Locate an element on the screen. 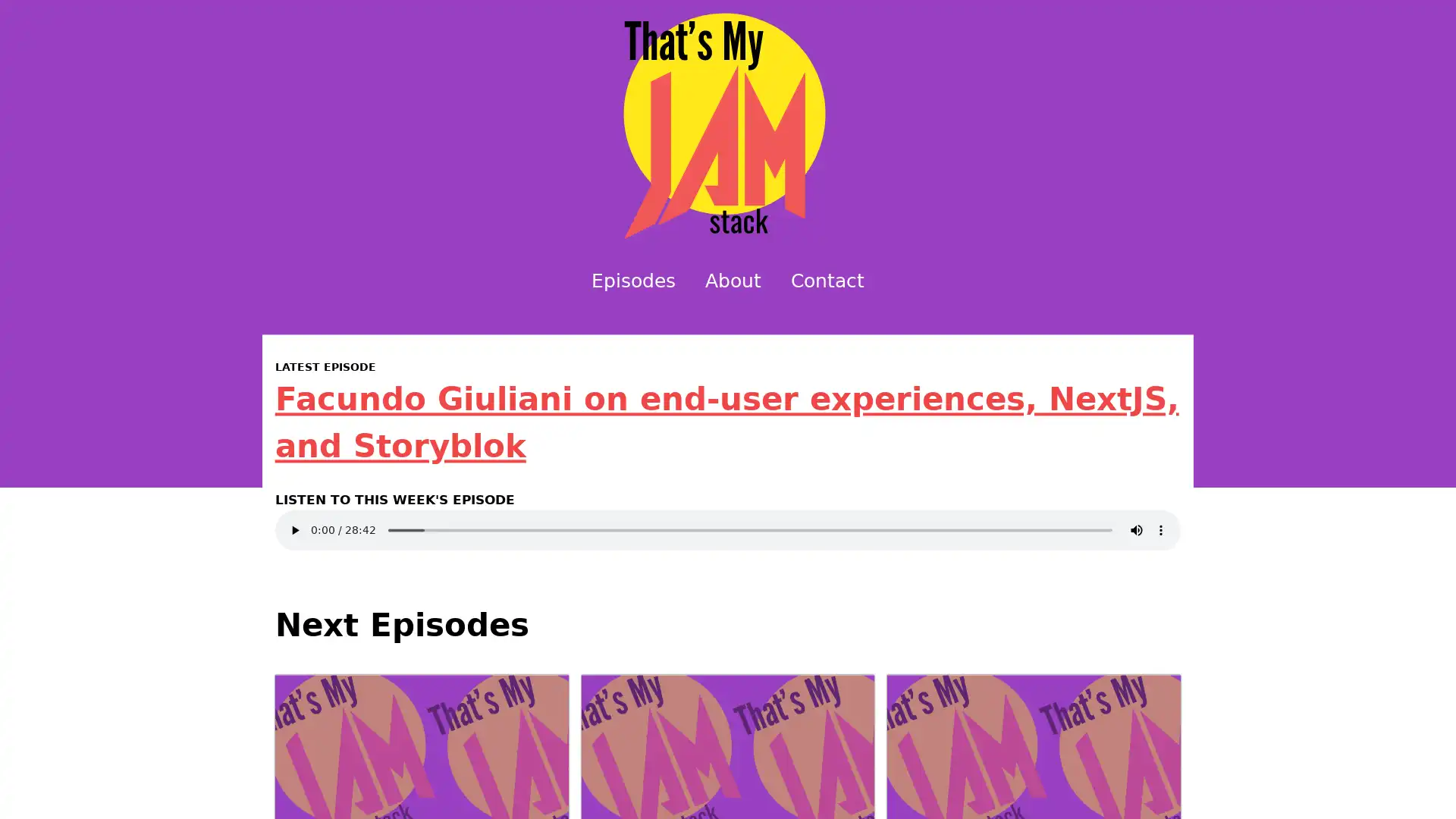 This screenshot has width=1456, height=819. mute is located at coordinates (1136, 529).